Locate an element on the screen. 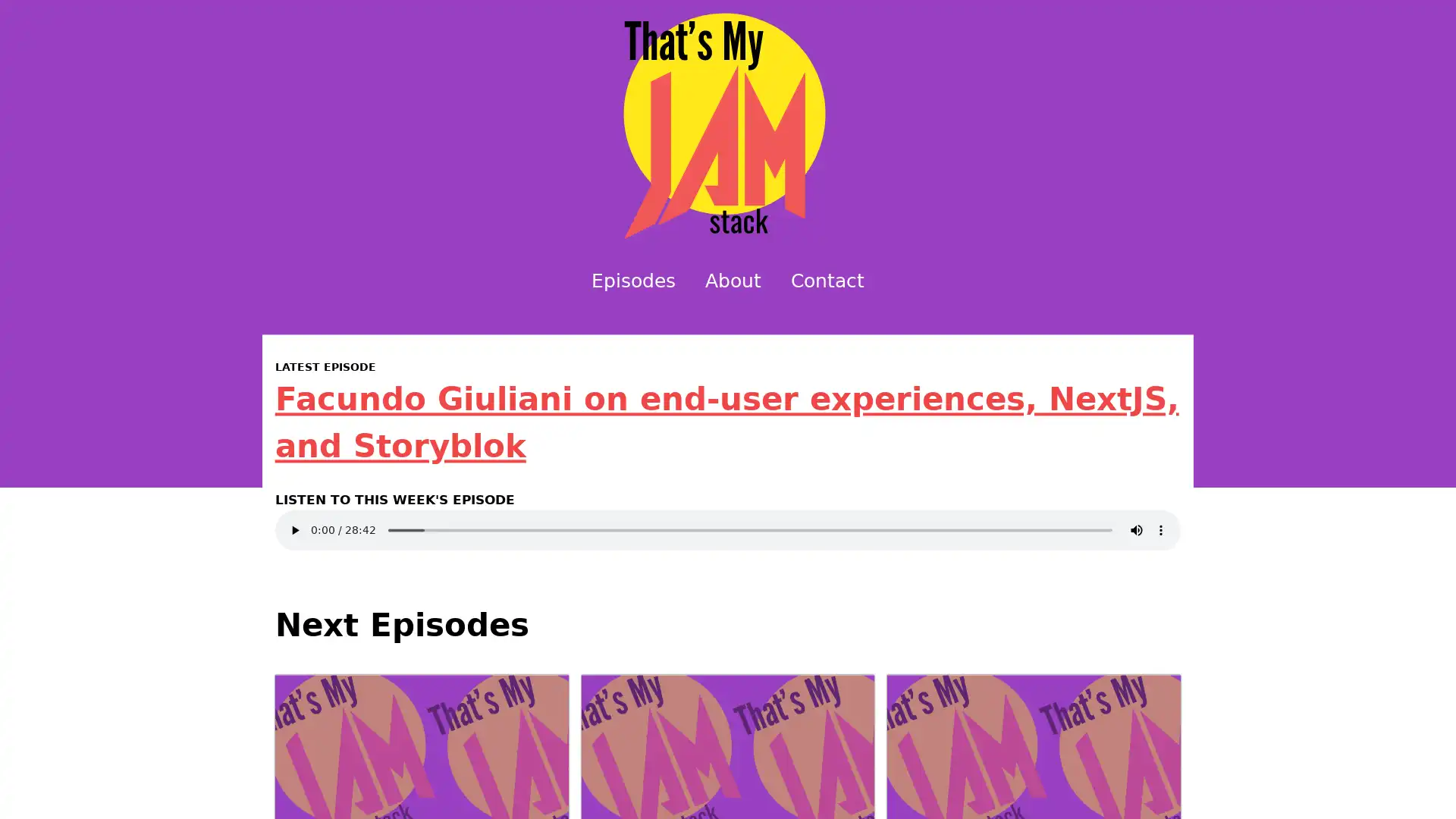 This screenshot has width=1456, height=819. mute is located at coordinates (1136, 529).